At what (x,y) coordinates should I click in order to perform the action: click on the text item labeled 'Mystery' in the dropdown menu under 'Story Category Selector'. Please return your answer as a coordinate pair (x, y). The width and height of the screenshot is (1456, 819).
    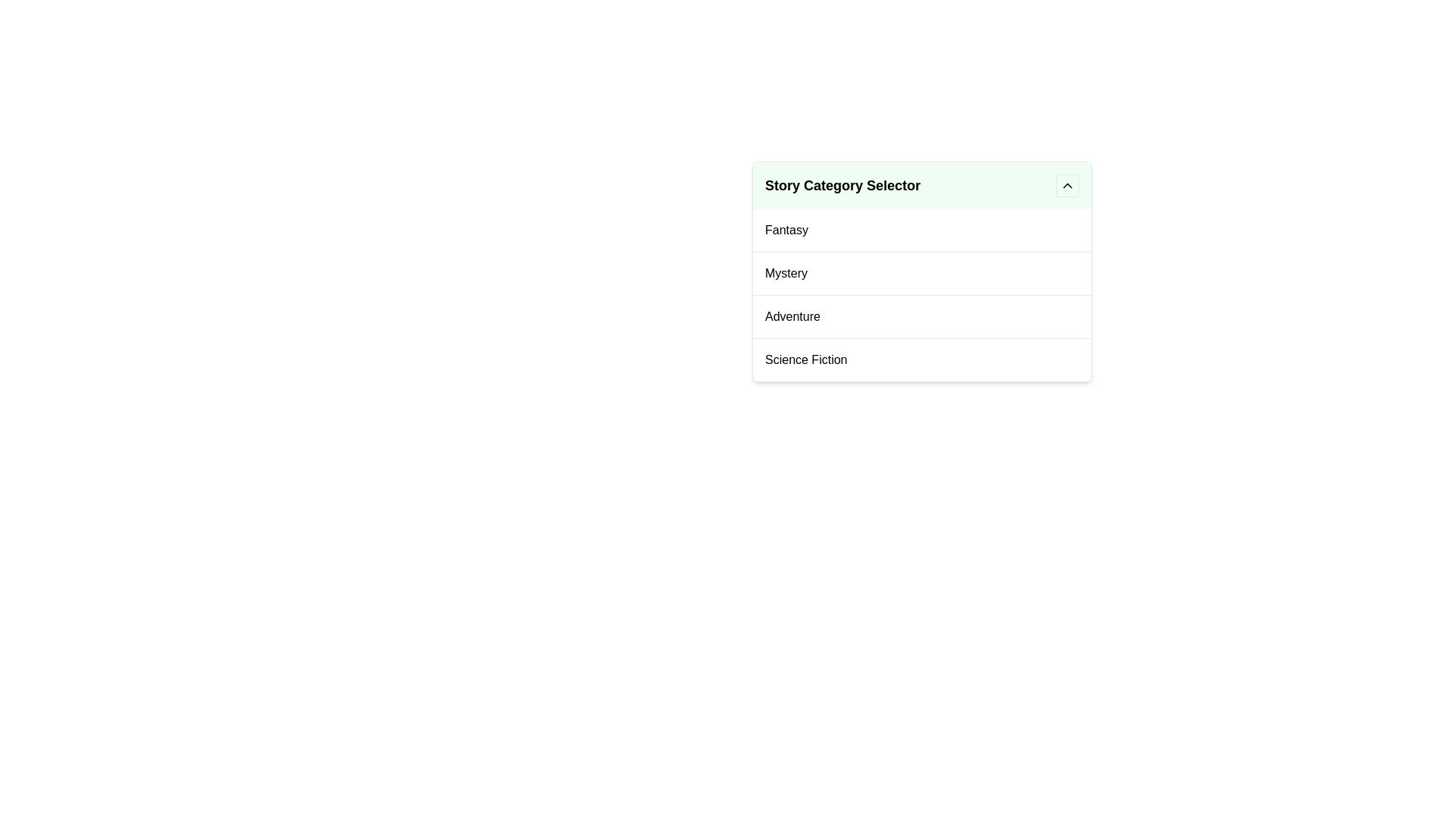
    Looking at the image, I should click on (786, 274).